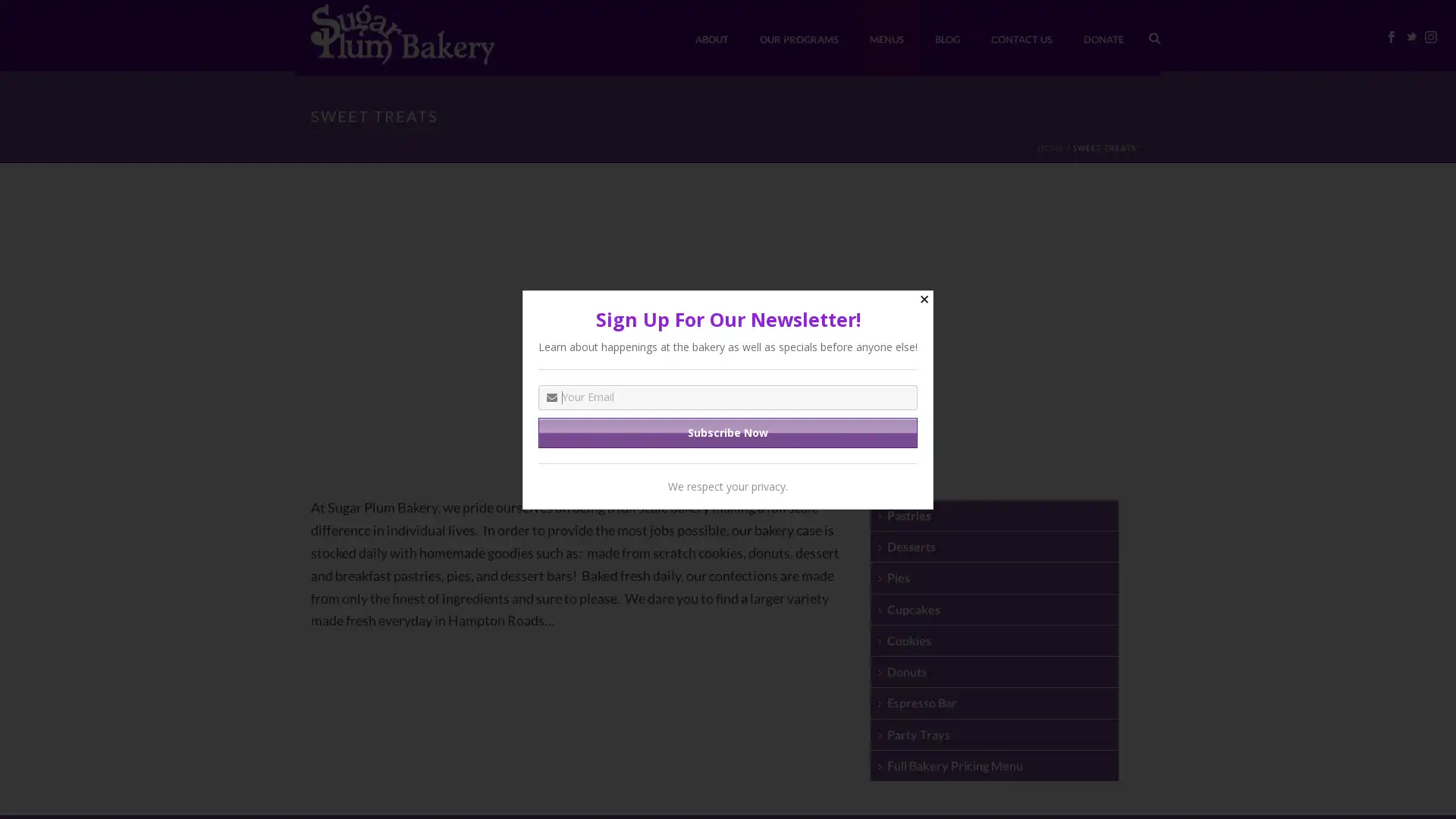  What do you see at coordinates (923, 300) in the screenshot?
I see `Close` at bounding box center [923, 300].